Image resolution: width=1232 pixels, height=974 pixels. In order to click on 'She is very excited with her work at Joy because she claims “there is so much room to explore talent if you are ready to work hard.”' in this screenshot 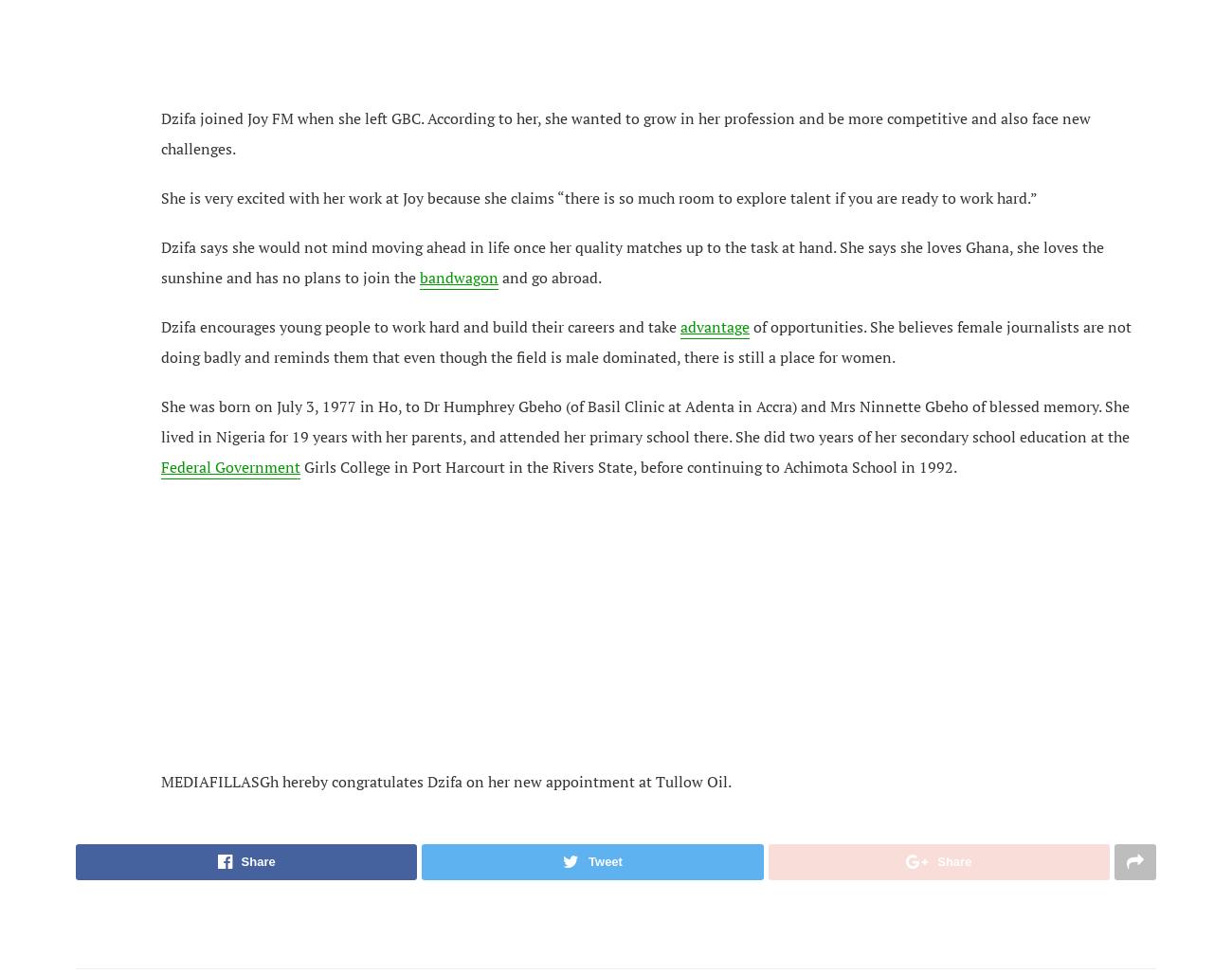, I will do `click(599, 195)`.